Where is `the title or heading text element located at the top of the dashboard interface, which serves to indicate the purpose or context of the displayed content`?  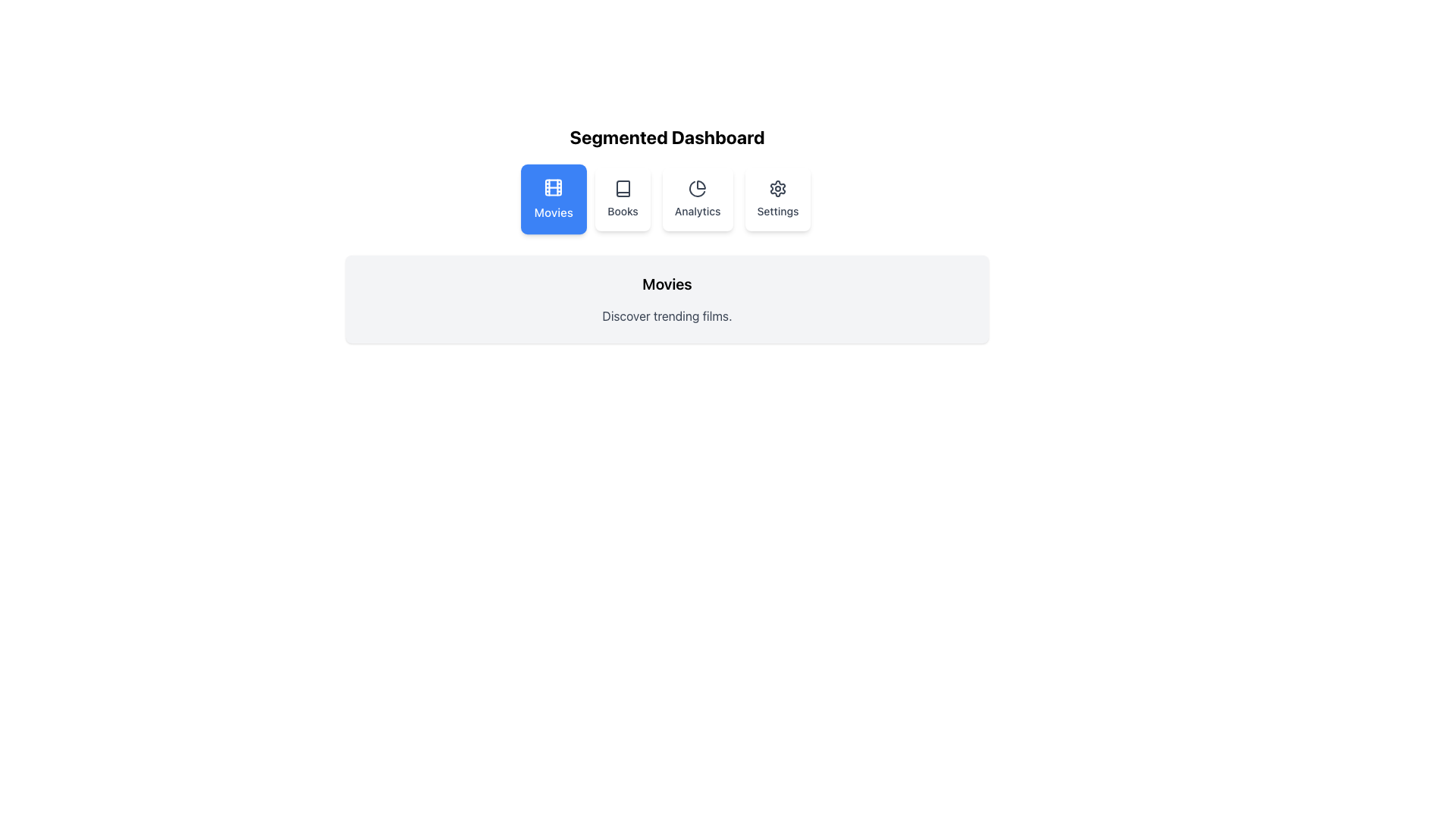 the title or heading text element located at the top of the dashboard interface, which serves to indicate the purpose or context of the displayed content is located at coordinates (667, 137).